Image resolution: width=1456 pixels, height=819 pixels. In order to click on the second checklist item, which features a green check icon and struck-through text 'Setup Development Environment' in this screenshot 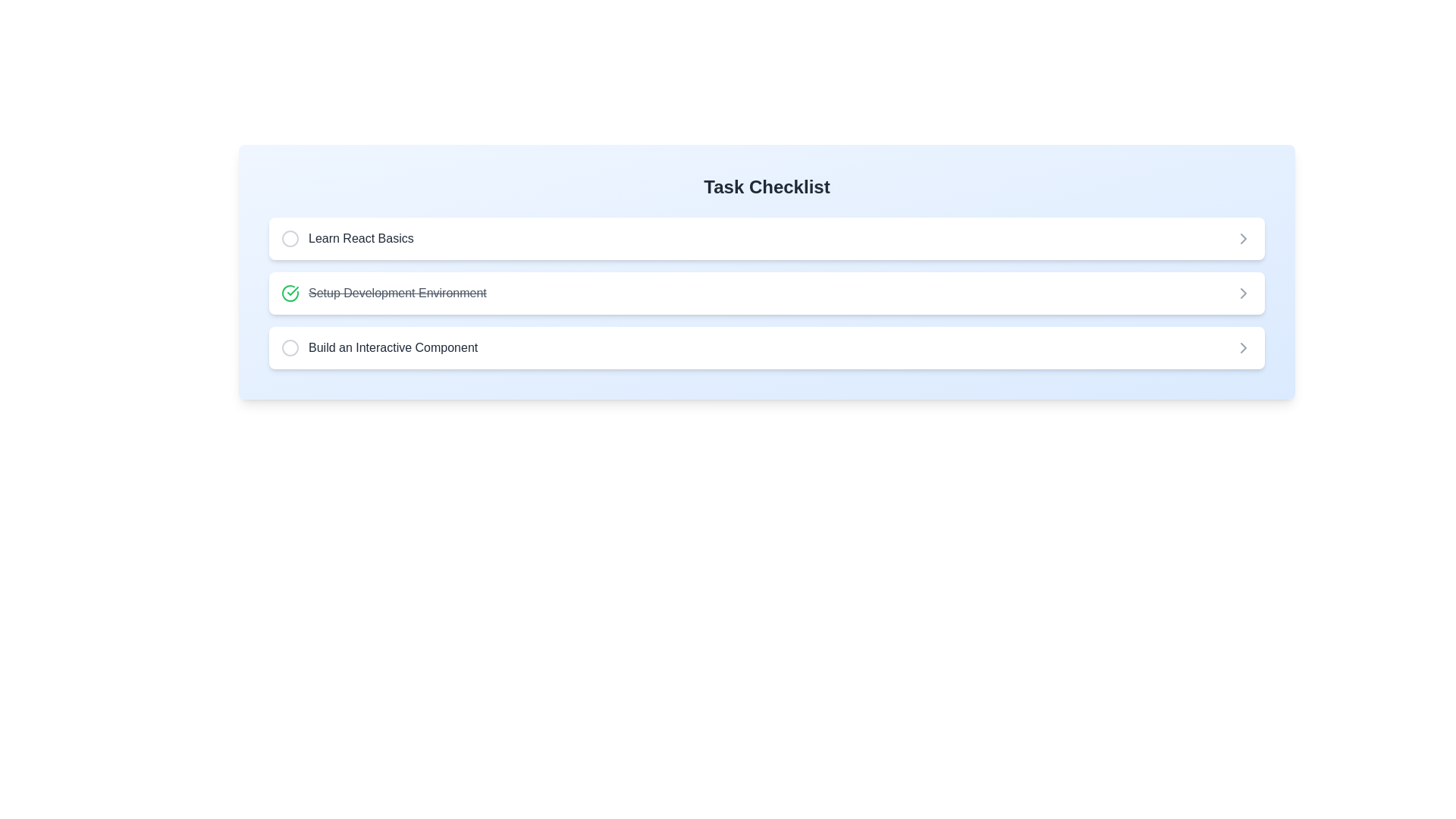, I will do `click(767, 293)`.